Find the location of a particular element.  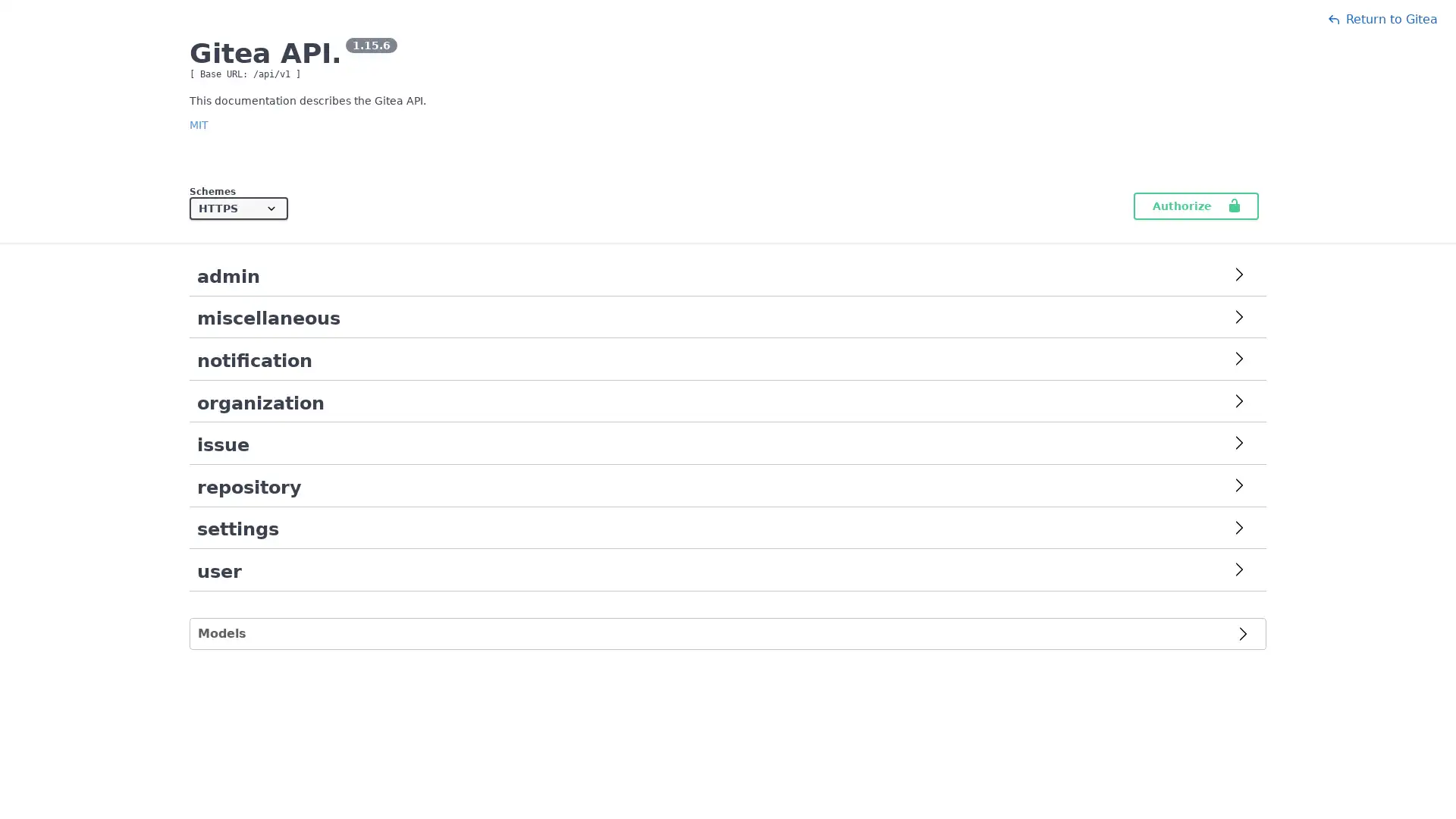

Authorize is located at coordinates (1195, 206).